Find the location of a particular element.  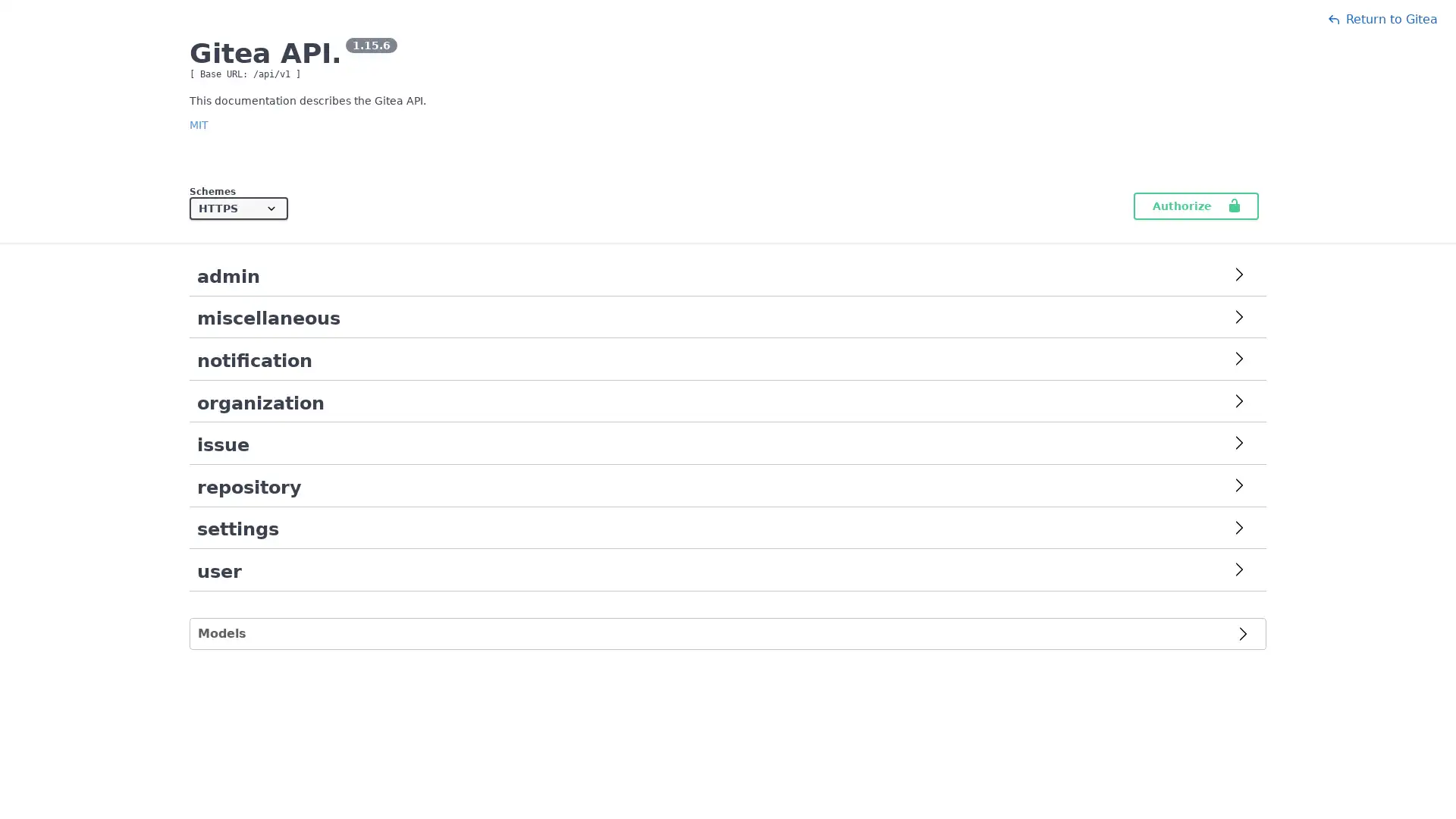

Authorize is located at coordinates (1195, 206).